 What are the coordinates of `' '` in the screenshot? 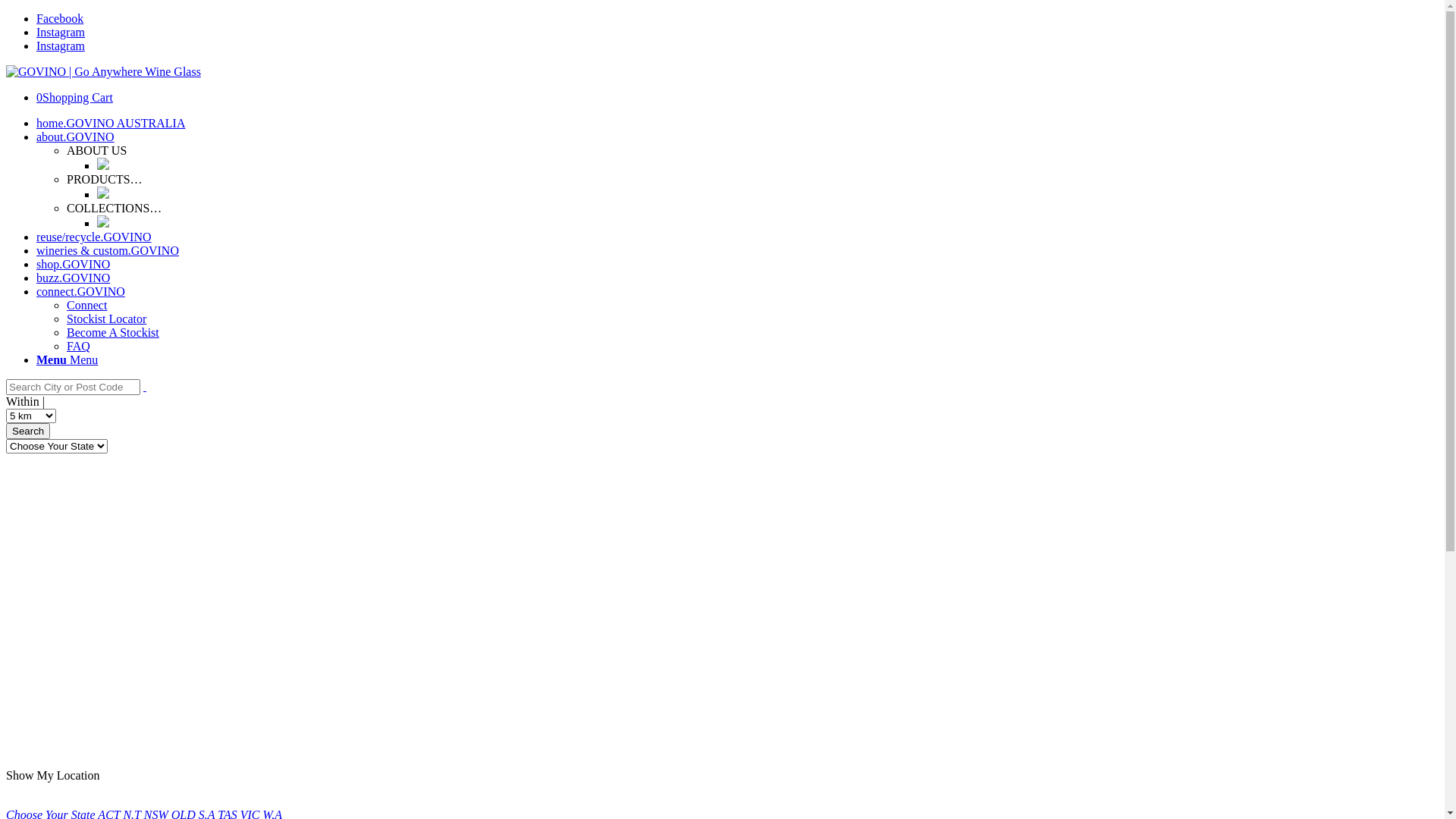 It's located at (145, 385).